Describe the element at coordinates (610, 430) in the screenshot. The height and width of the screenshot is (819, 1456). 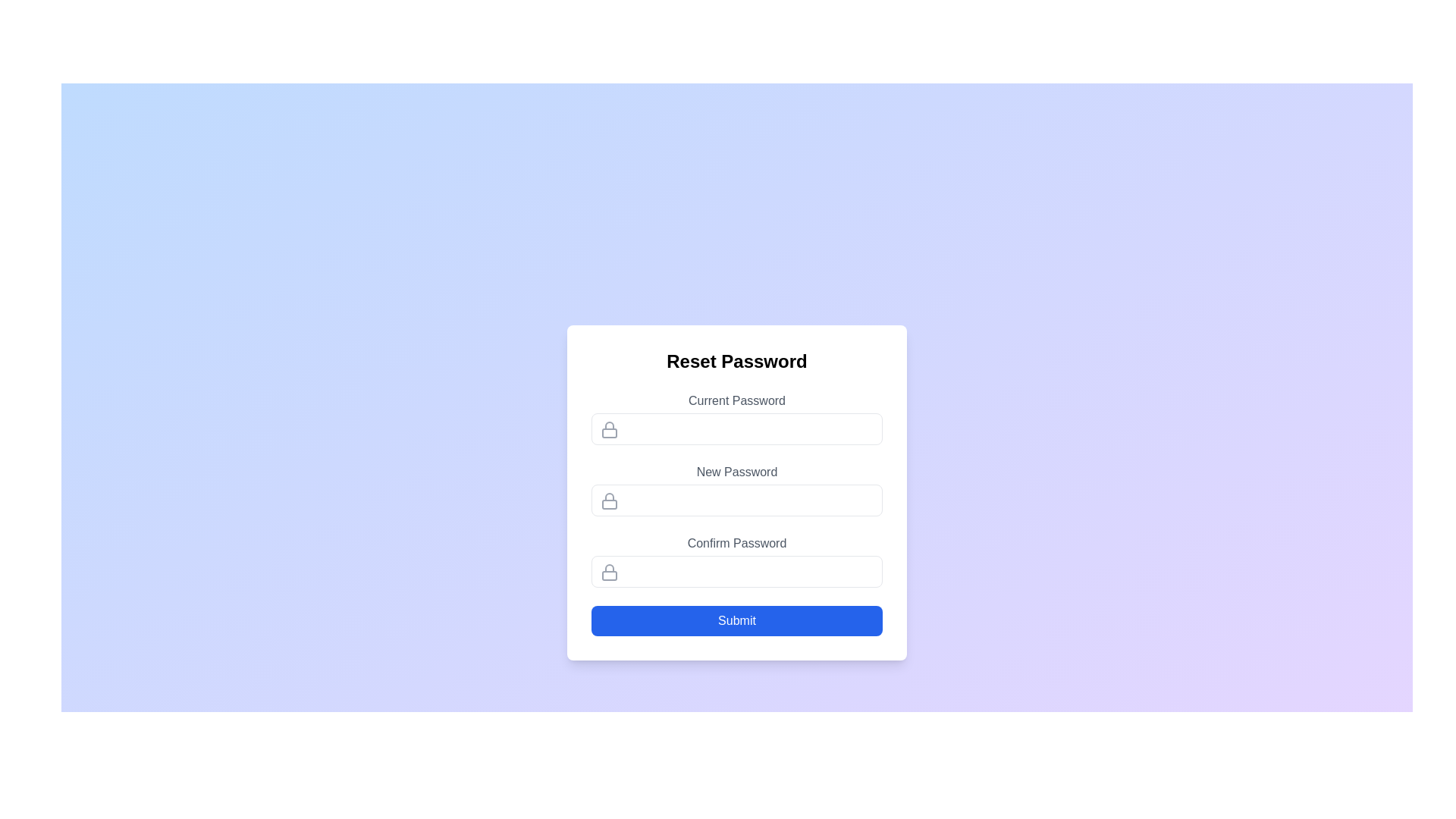
I see `the lock icon located inside the 'Current Password' input field, which visually indicates password-protected data` at that location.